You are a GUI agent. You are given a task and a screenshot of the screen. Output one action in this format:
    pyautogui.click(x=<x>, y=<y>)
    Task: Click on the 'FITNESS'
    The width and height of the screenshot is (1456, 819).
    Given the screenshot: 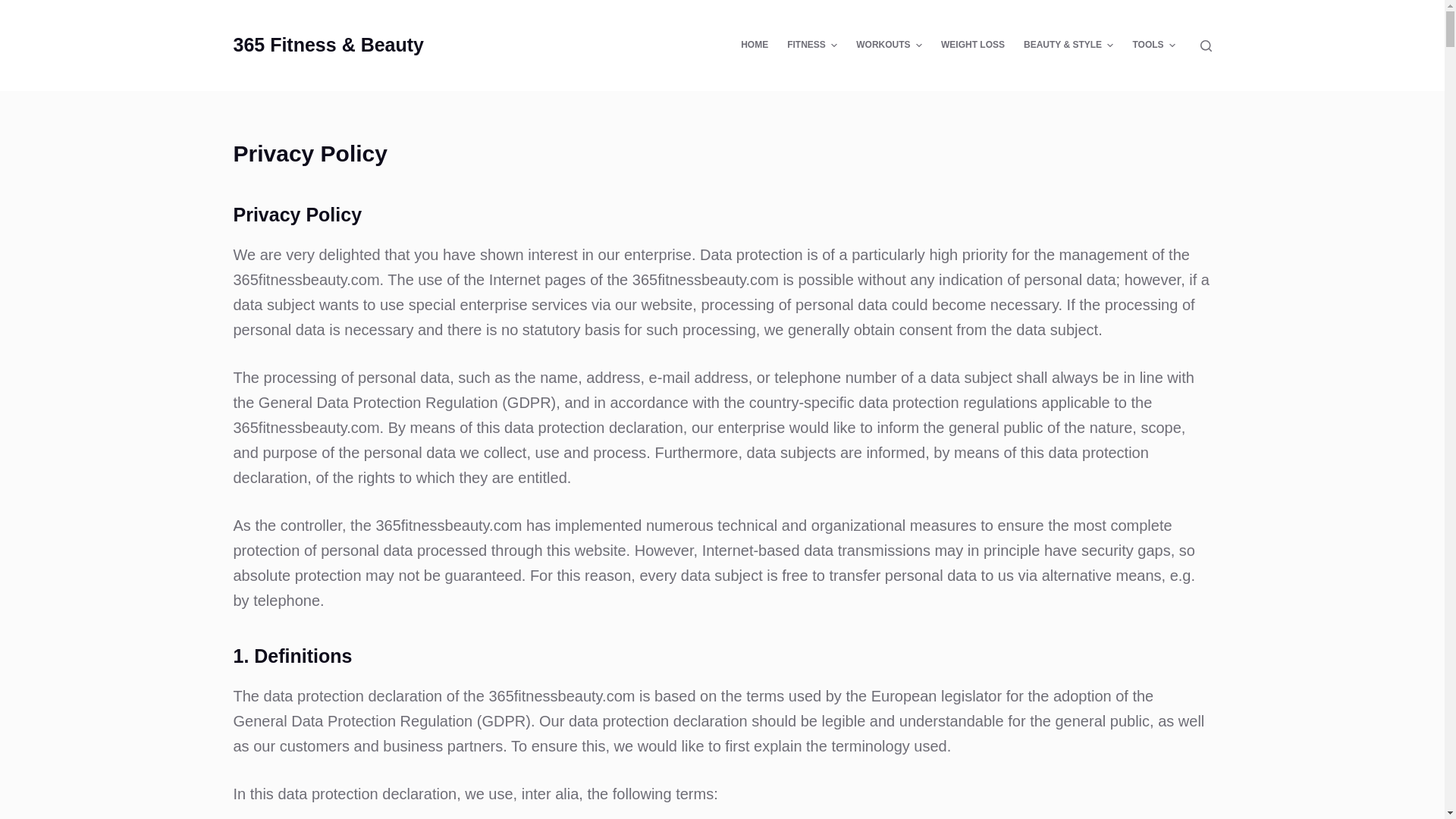 What is the action you would take?
    pyautogui.click(x=811, y=45)
    